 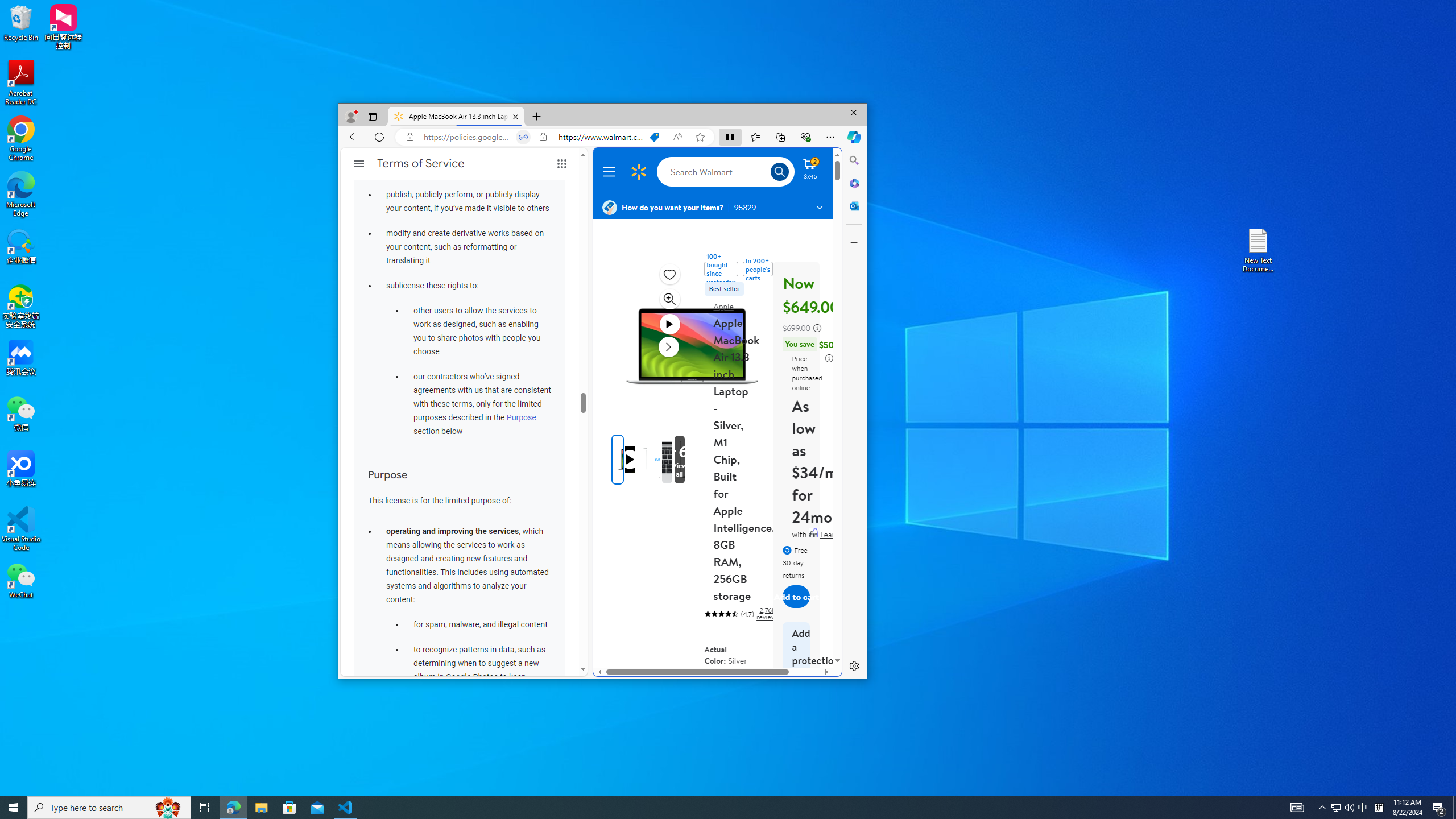 What do you see at coordinates (809, 167) in the screenshot?
I see `'Cart contains 2 items Total Amount $7.45'` at bounding box center [809, 167].